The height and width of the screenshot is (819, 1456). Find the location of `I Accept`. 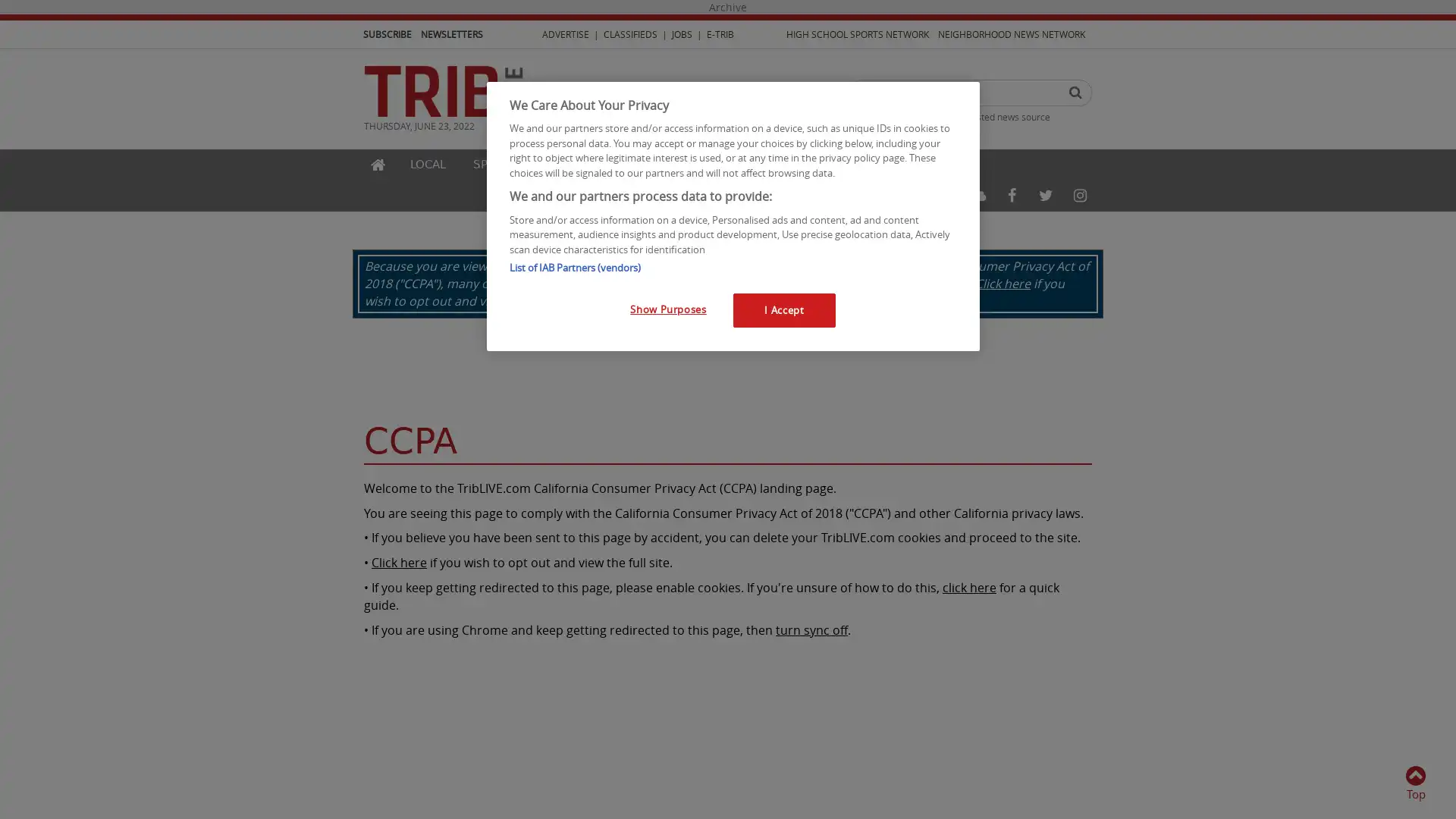

I Accept is located at coordinates (784, 309).